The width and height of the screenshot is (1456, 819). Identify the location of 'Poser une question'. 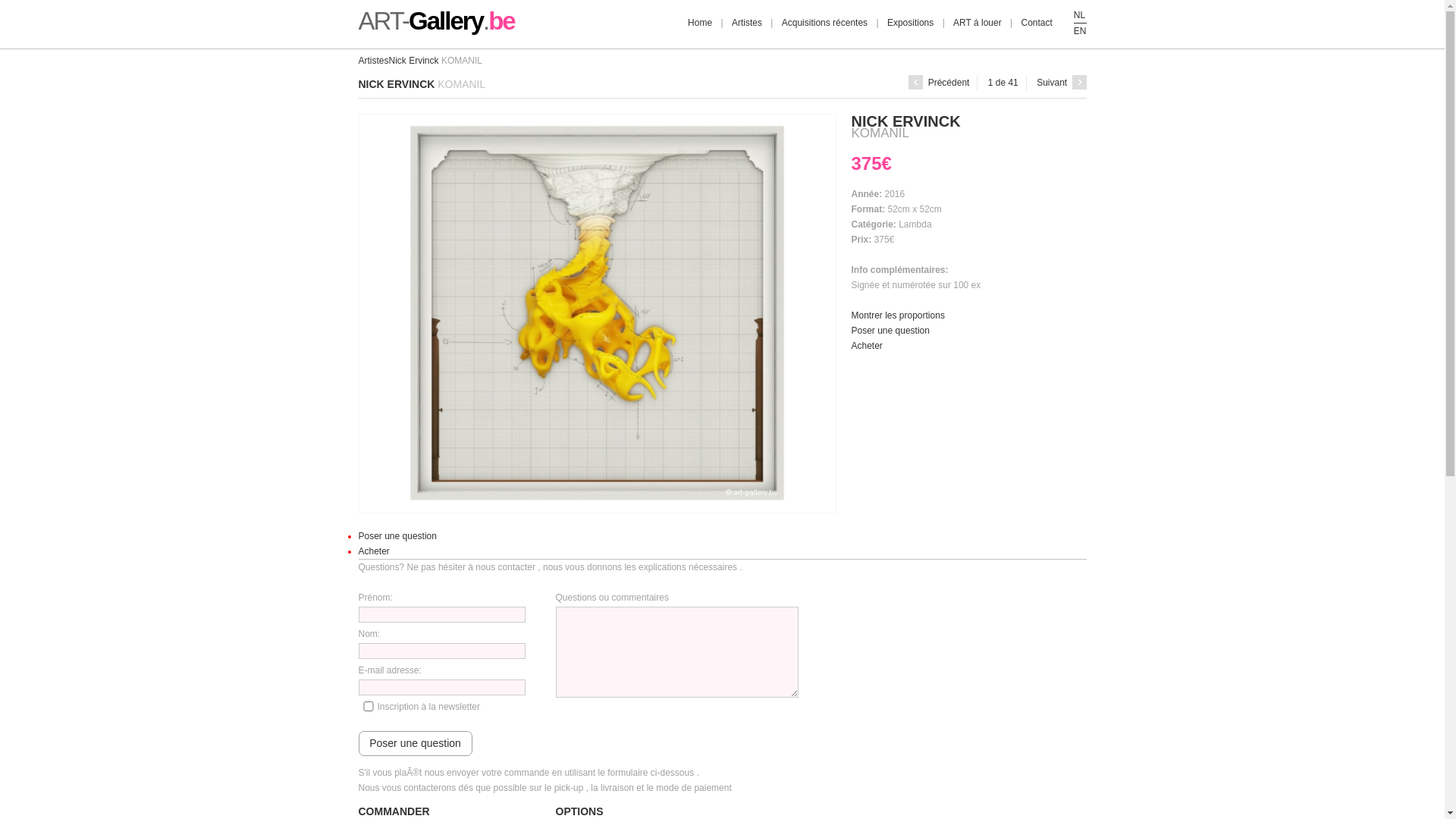
(890, 329).